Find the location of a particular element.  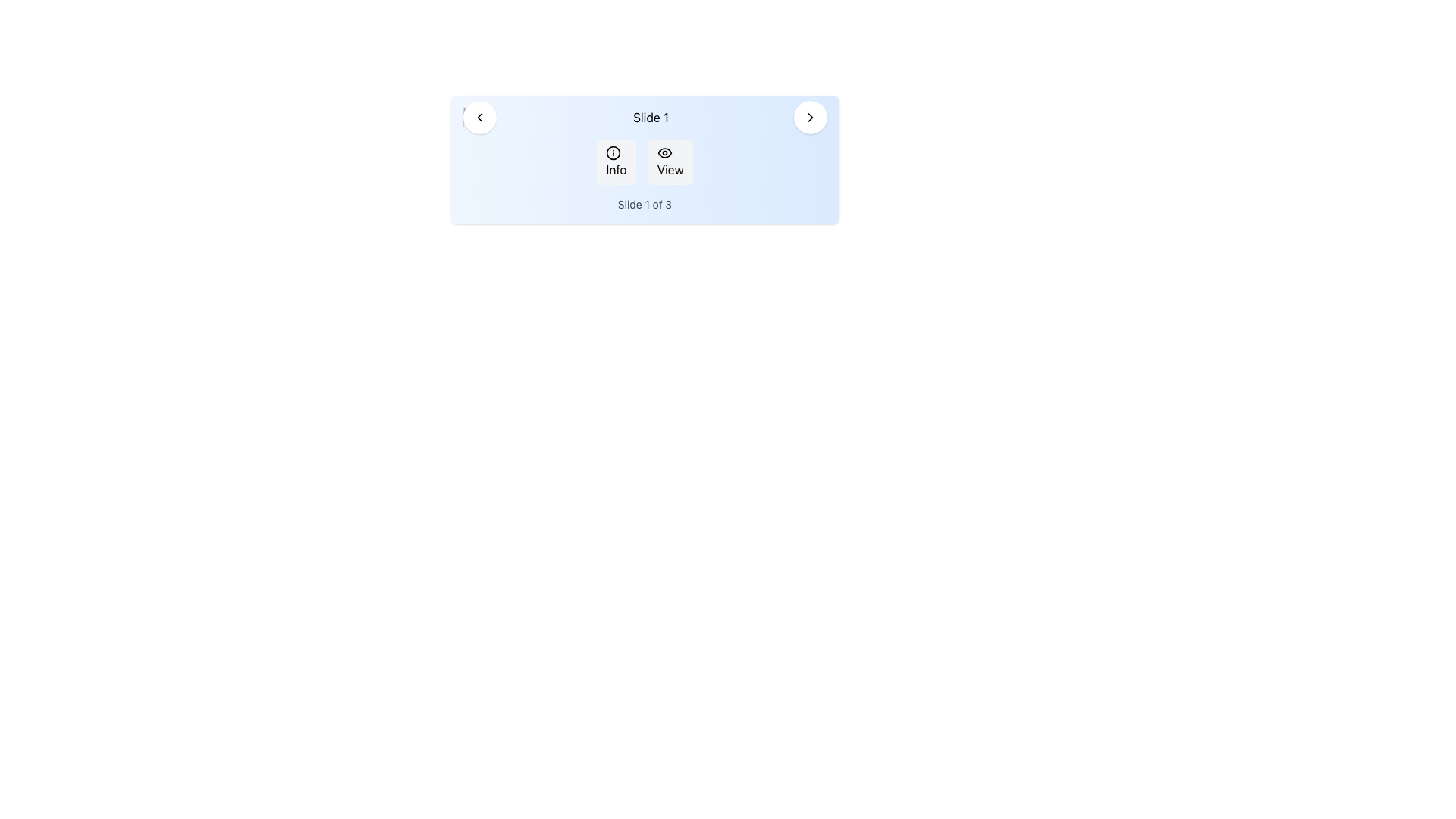

the 'Info' button in the button group component located below the title 'Slide 1' is located at coordinates (645, 162).